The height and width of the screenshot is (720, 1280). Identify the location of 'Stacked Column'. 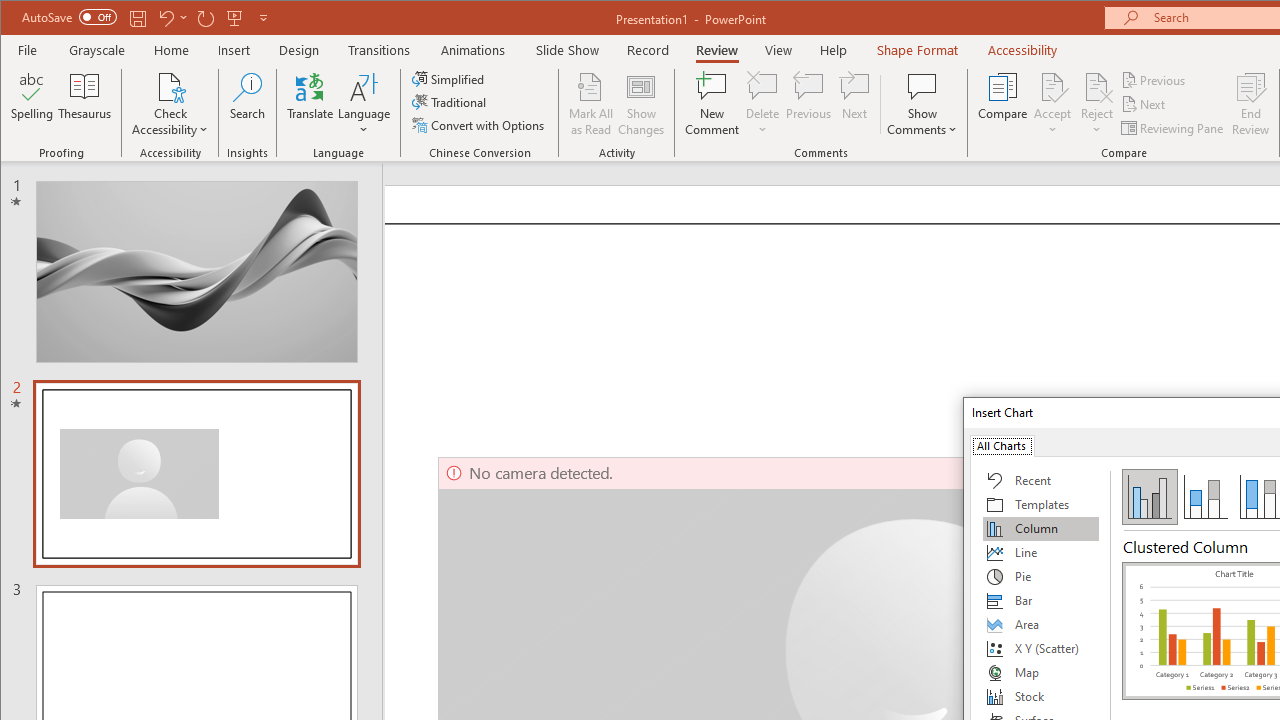
(1204, 495).